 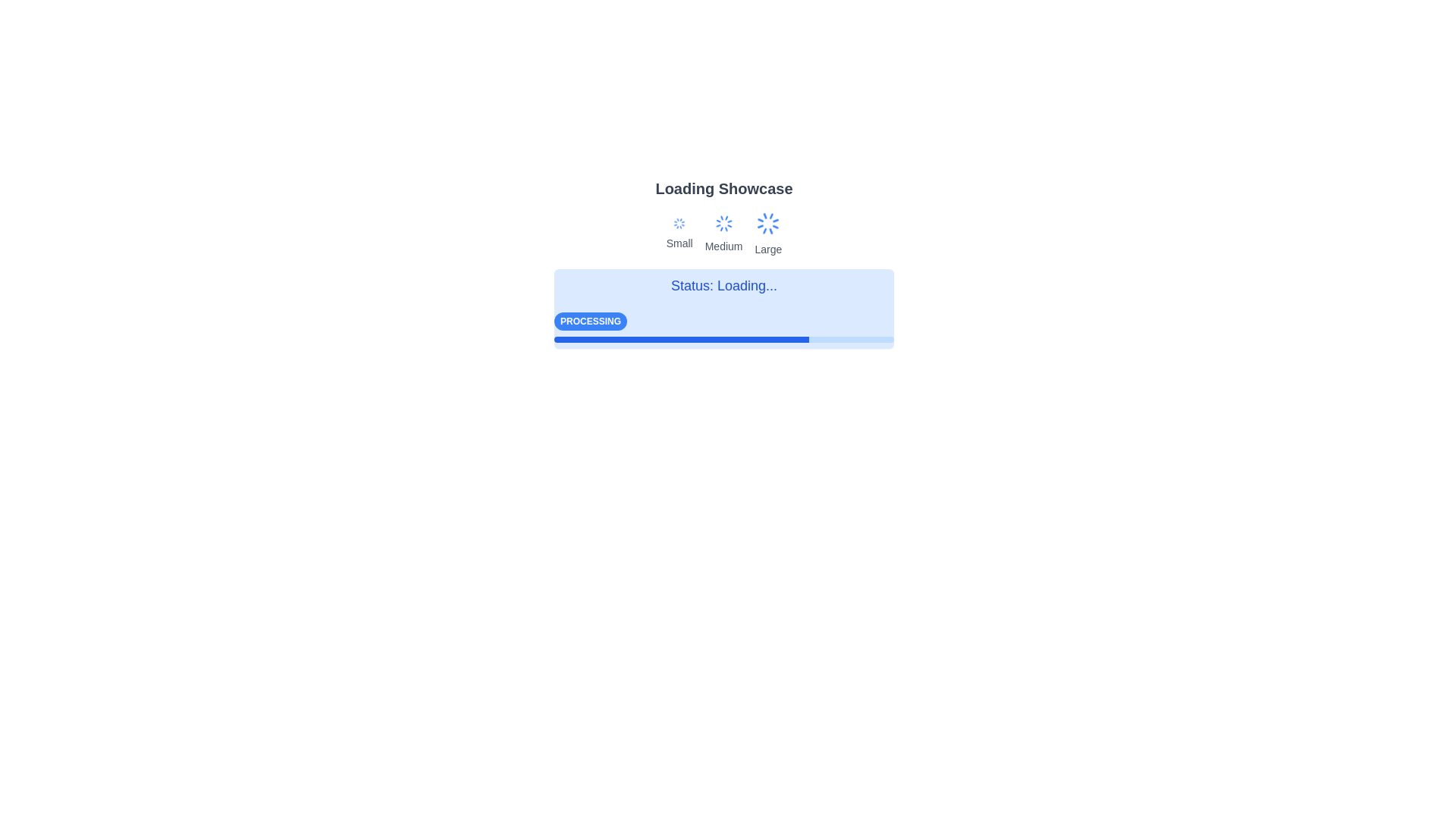 I want to click on the text label displaying the word 'Medium', which is styled with a small-size font and subdued gray color, located centrally beneath the blue rotating icon, so click(x=723, y=245).